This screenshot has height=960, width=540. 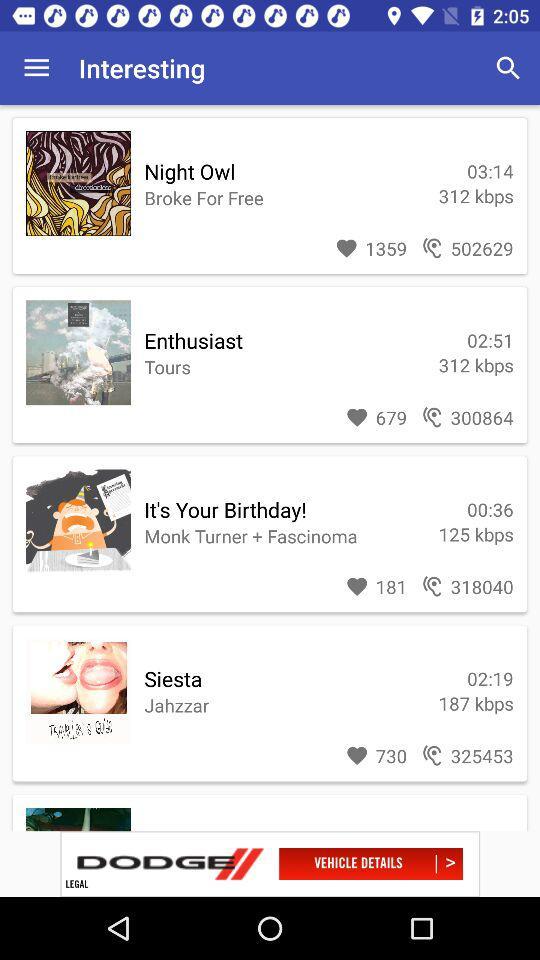 I want to click on share the article option, so click(x=270, y=863).